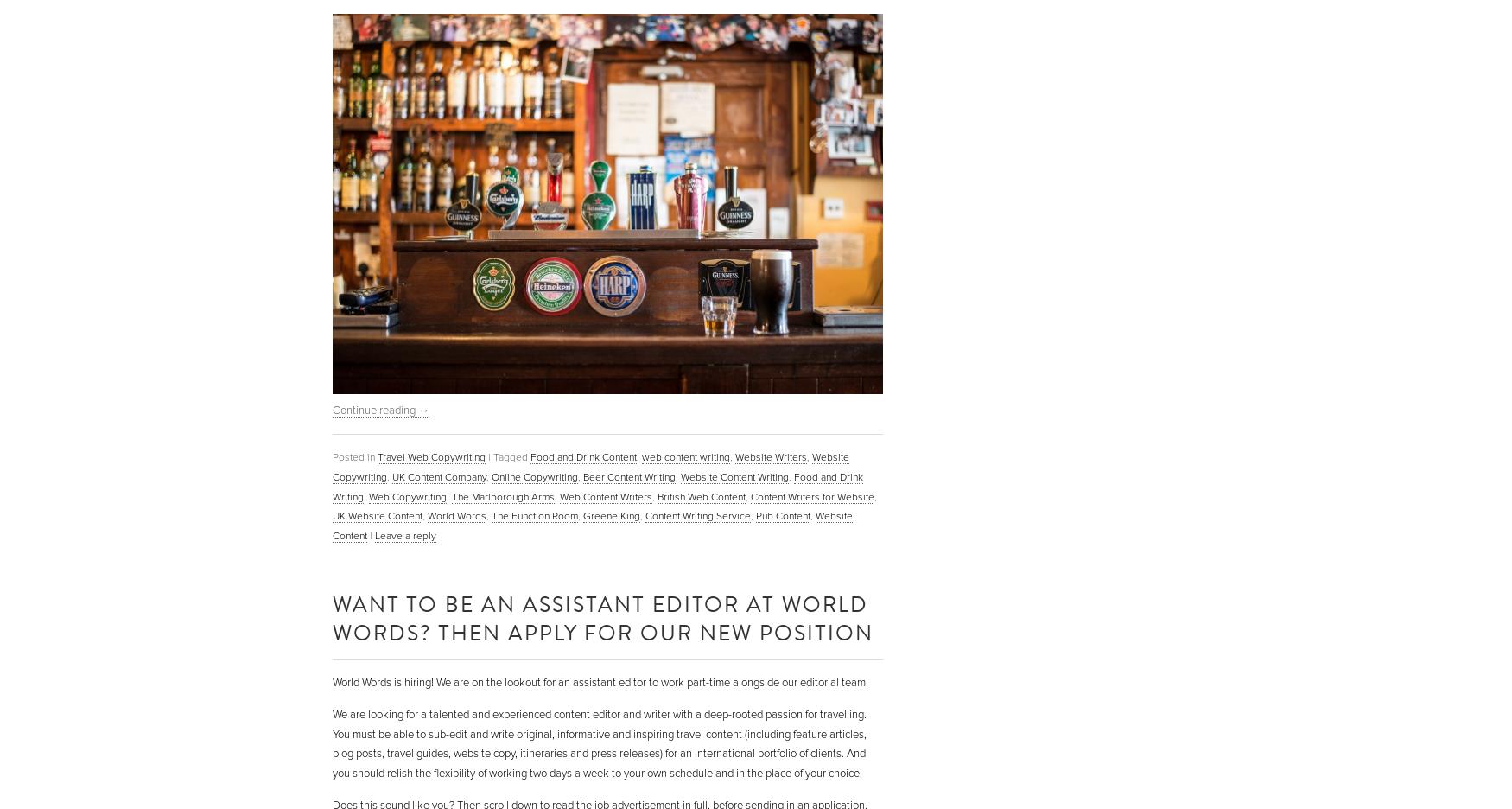  What do you see at coordinates (353, 457) in the screenshot?
I see `'Posted in'` at bounding box center [353, 457].